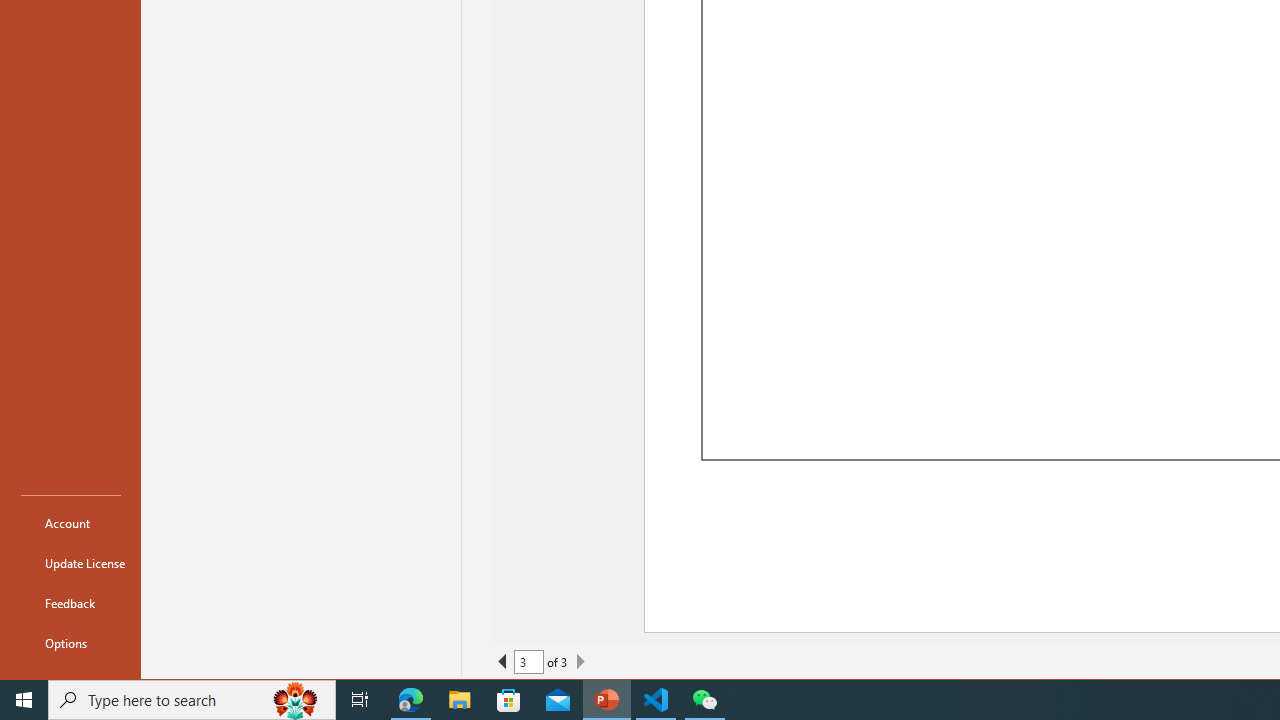  I want to click on 'Options', so click(71, 642).